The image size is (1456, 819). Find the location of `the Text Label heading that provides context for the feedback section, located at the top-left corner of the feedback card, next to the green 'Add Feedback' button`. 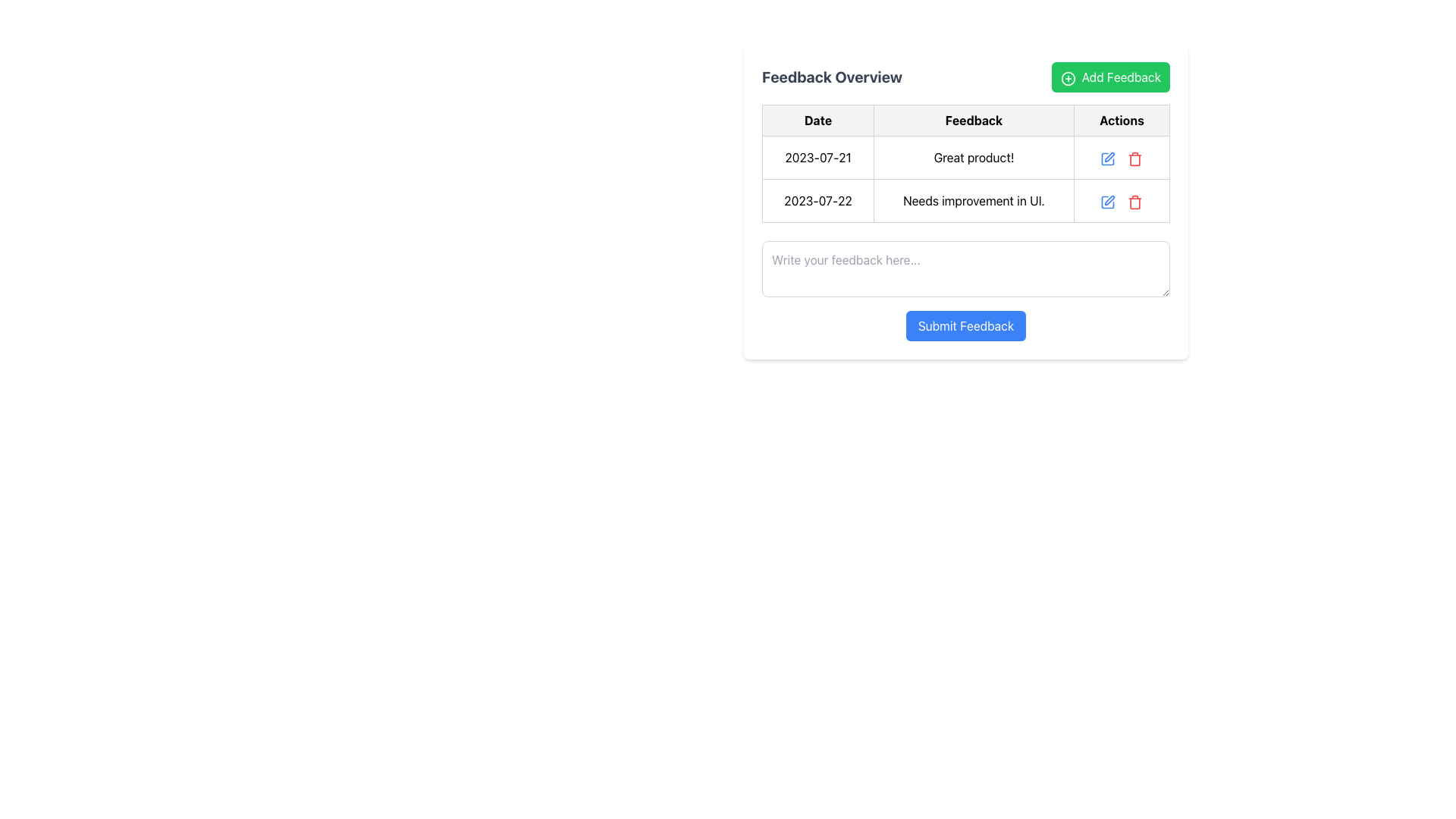

the Text Label heading that provides context for the feedback section, located at the top-left corner of the feedback card, next to the green 'Add Feedback' button is located at coordinates (831, 77).